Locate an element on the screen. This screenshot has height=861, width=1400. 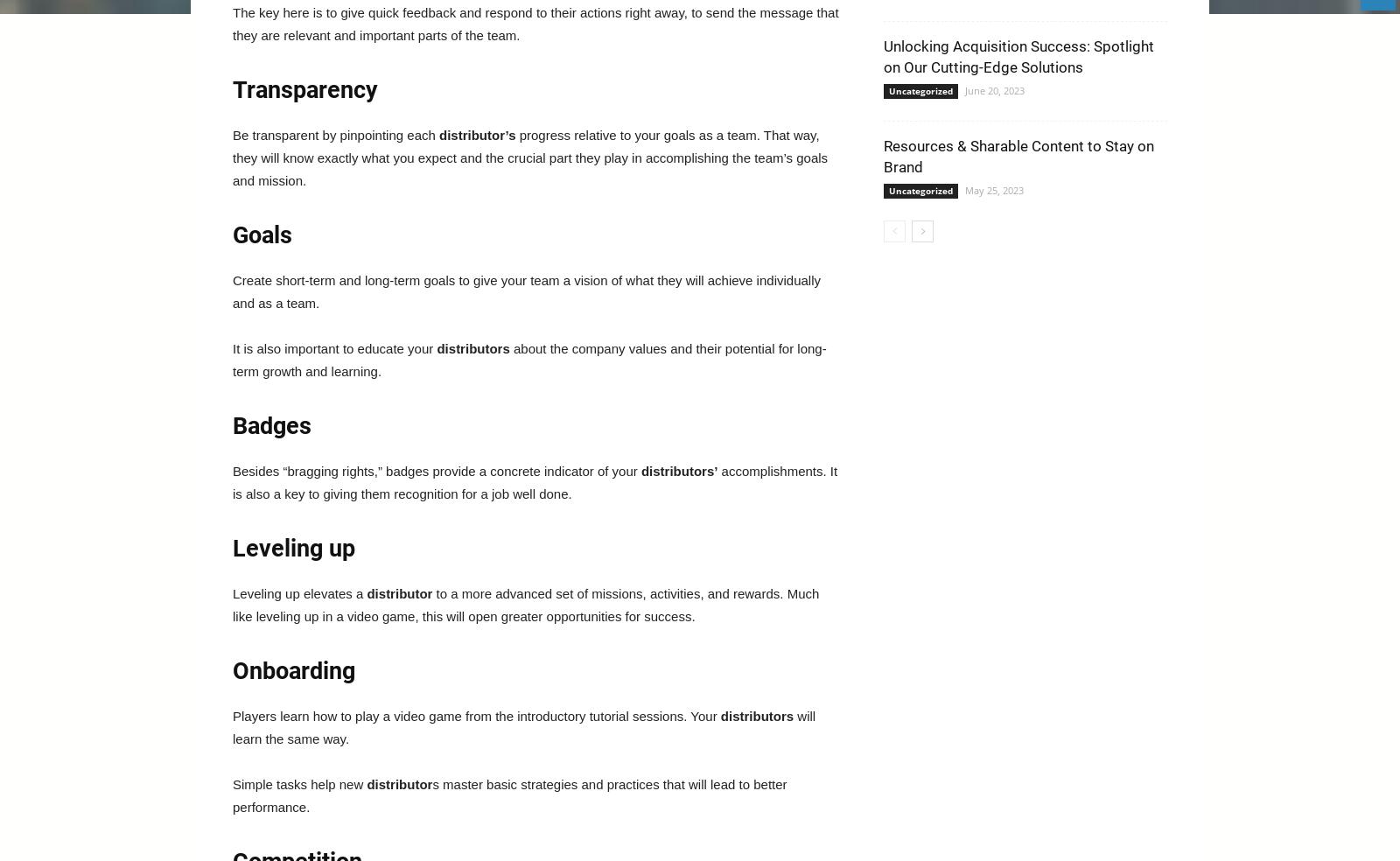
'Create short-term and long-term goals to give your team a vision of what they will achieve individually and as a team.' is located at coordinates (526, 290).